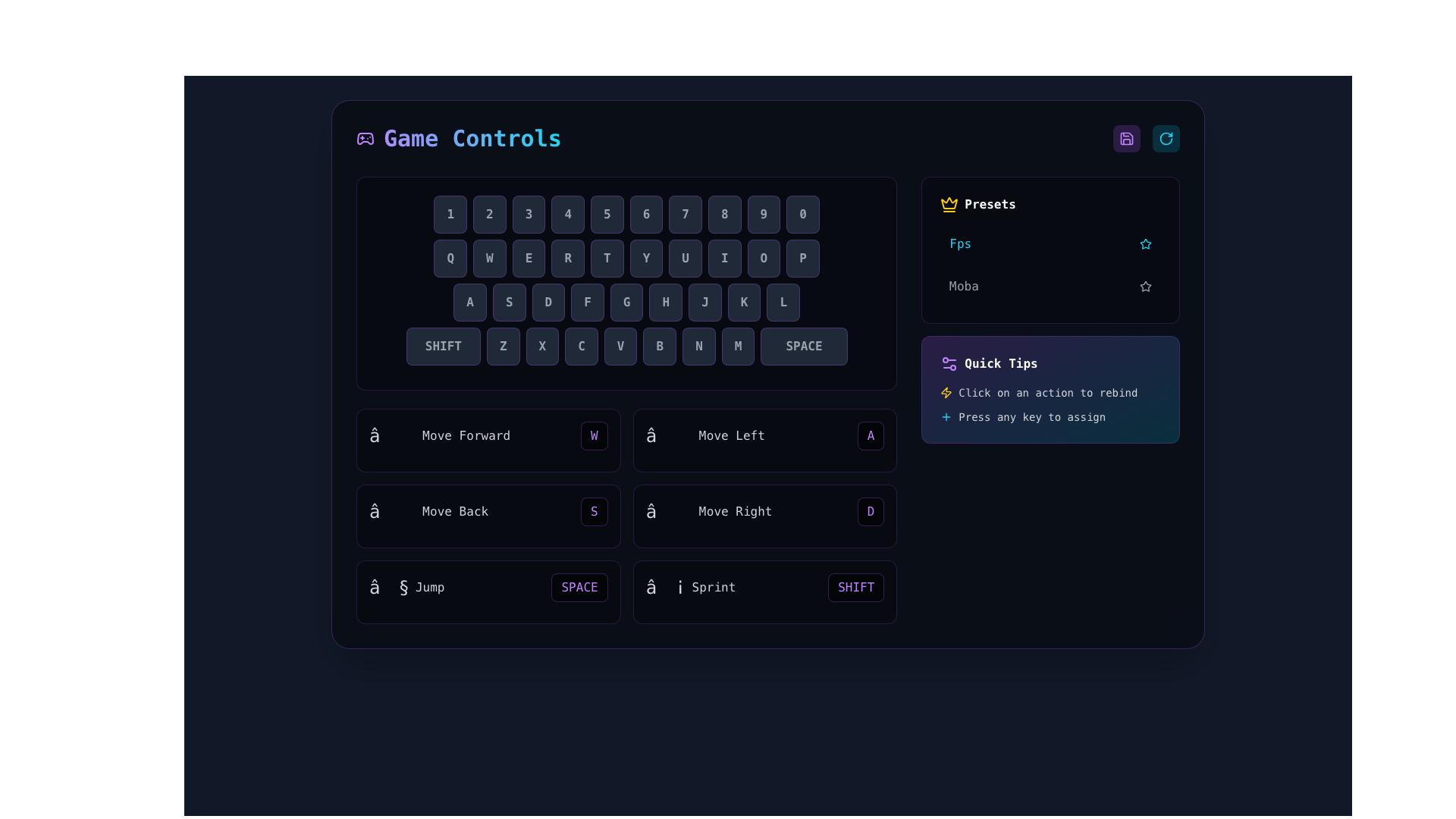 This screenshot has height=819, width=1456. I want to click on 'Move Forward' text label located in the top-left corner of the second row of the control panel to understand its purpose, so click(439, 435).